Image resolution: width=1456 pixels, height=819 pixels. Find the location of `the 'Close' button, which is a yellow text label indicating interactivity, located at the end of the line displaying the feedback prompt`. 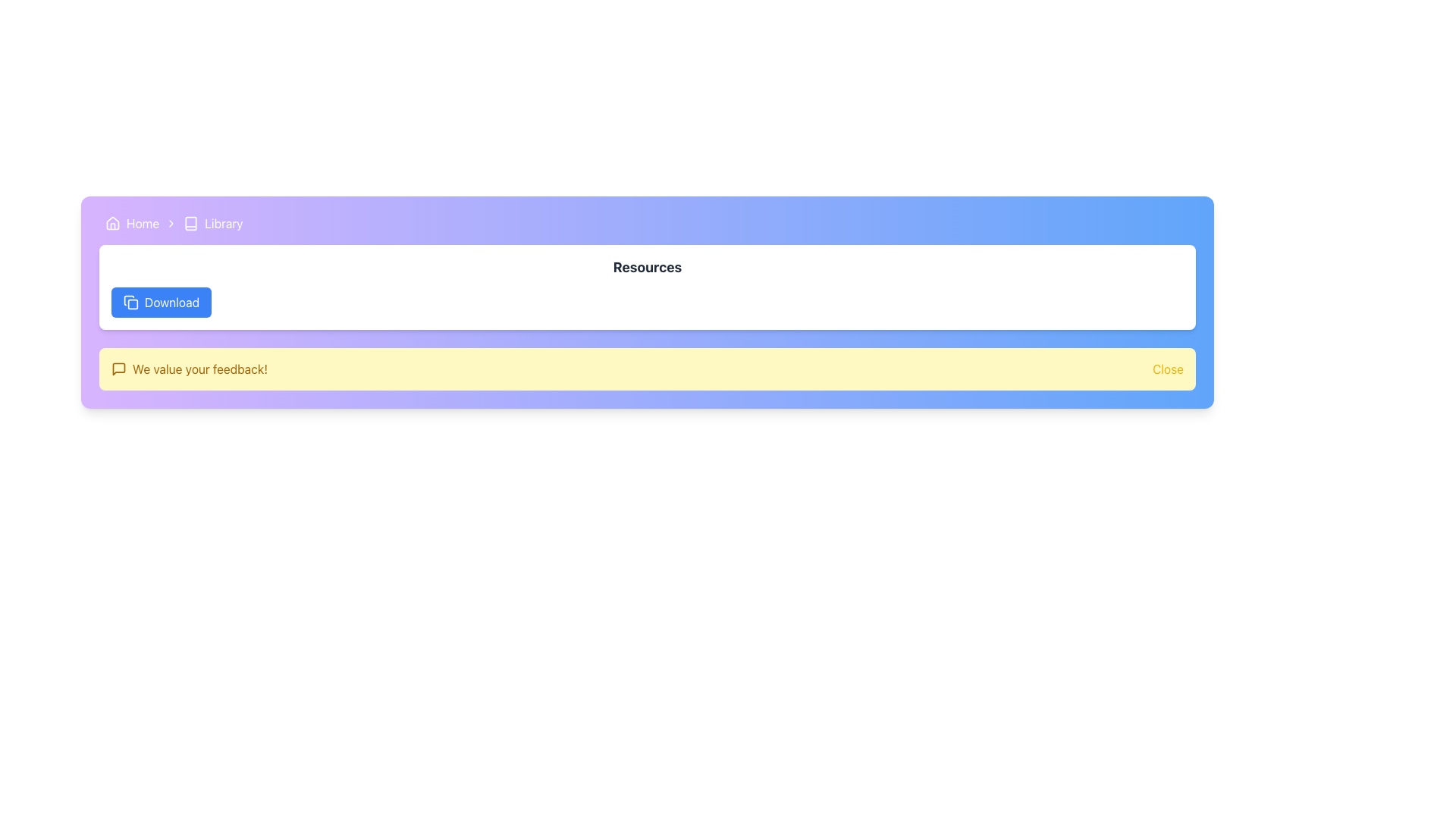

the 'Close' button, which is a yellow text label indicating interactivity, located at the end of the line displaying the feedback prompt is located at coordinates (1167, 369).